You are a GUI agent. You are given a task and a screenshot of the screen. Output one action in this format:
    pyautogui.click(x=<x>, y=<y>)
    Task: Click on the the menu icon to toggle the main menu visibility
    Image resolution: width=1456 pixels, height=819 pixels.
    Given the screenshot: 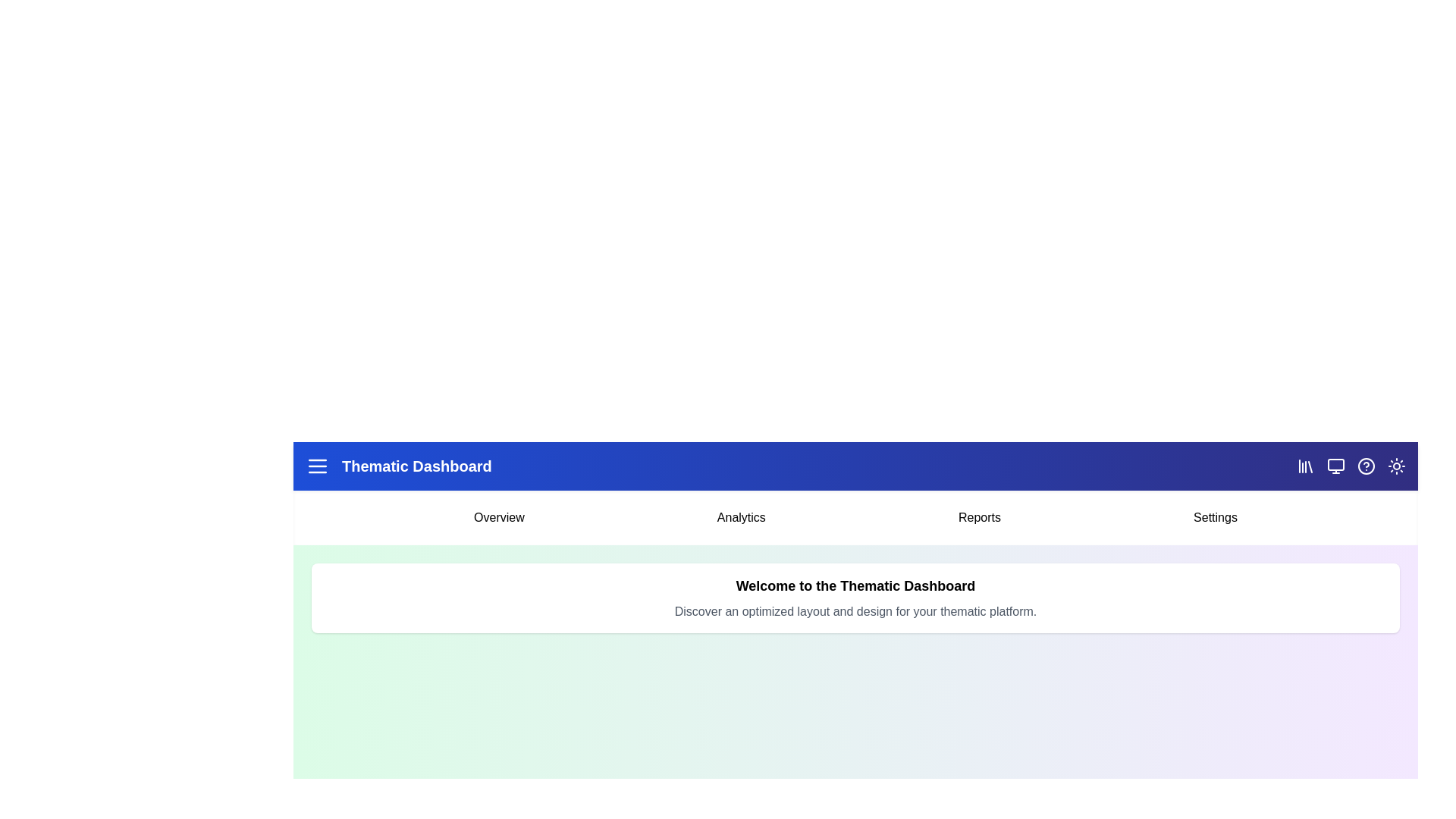 What is the action you would take?
    pyautogui.click(x=316, y=465)
    